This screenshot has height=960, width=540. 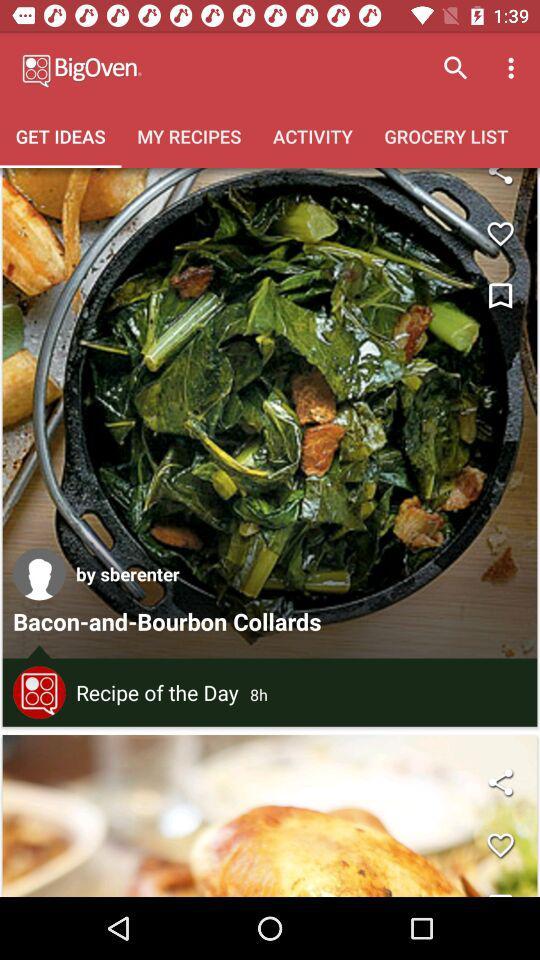 I want to click on open new page, so click(x=270, y=816).